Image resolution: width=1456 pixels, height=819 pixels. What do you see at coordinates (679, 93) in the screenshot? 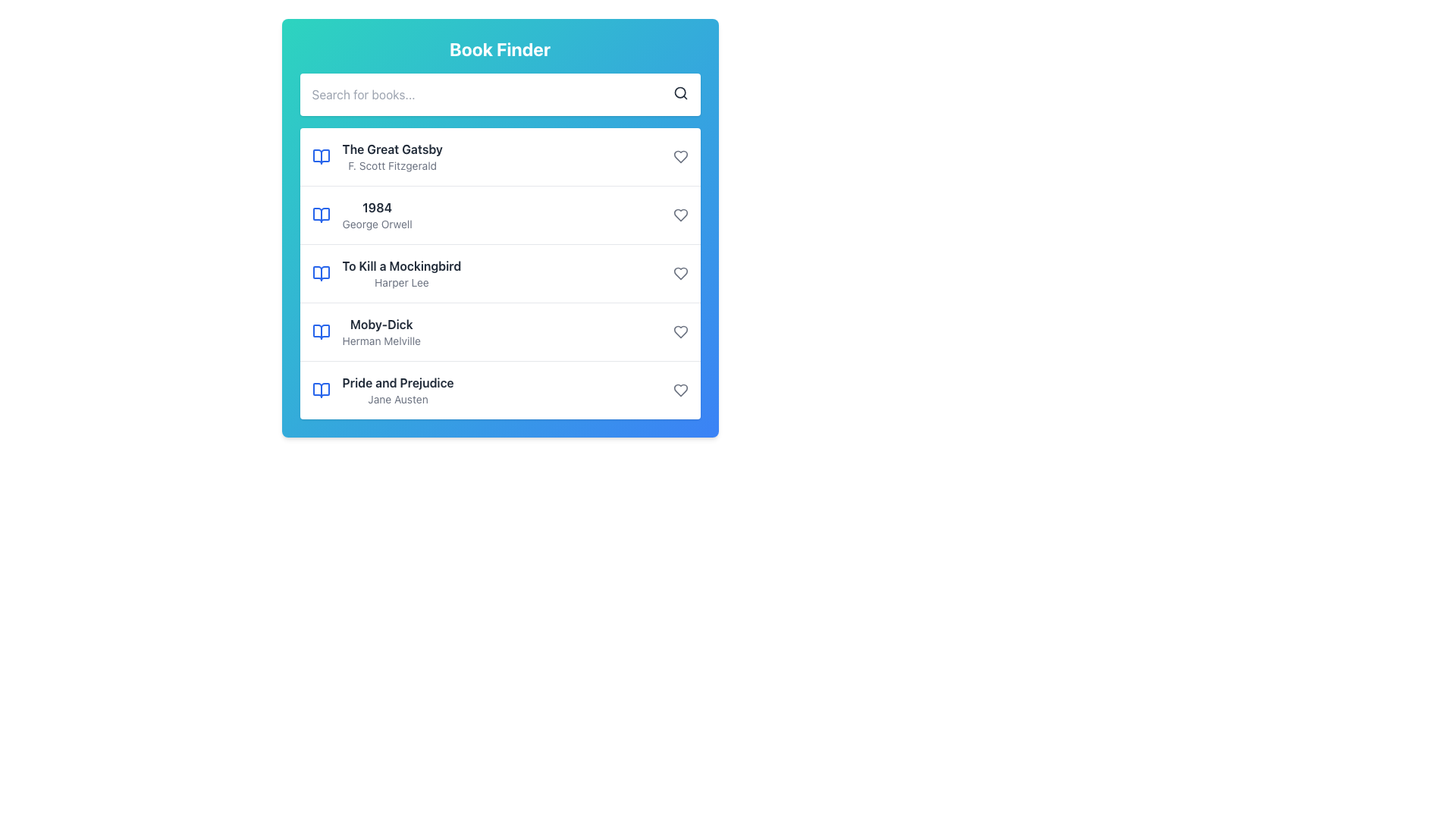
I see `the search button located at the top-right corner of the rounded text input box` at bounding box center [679, 93].